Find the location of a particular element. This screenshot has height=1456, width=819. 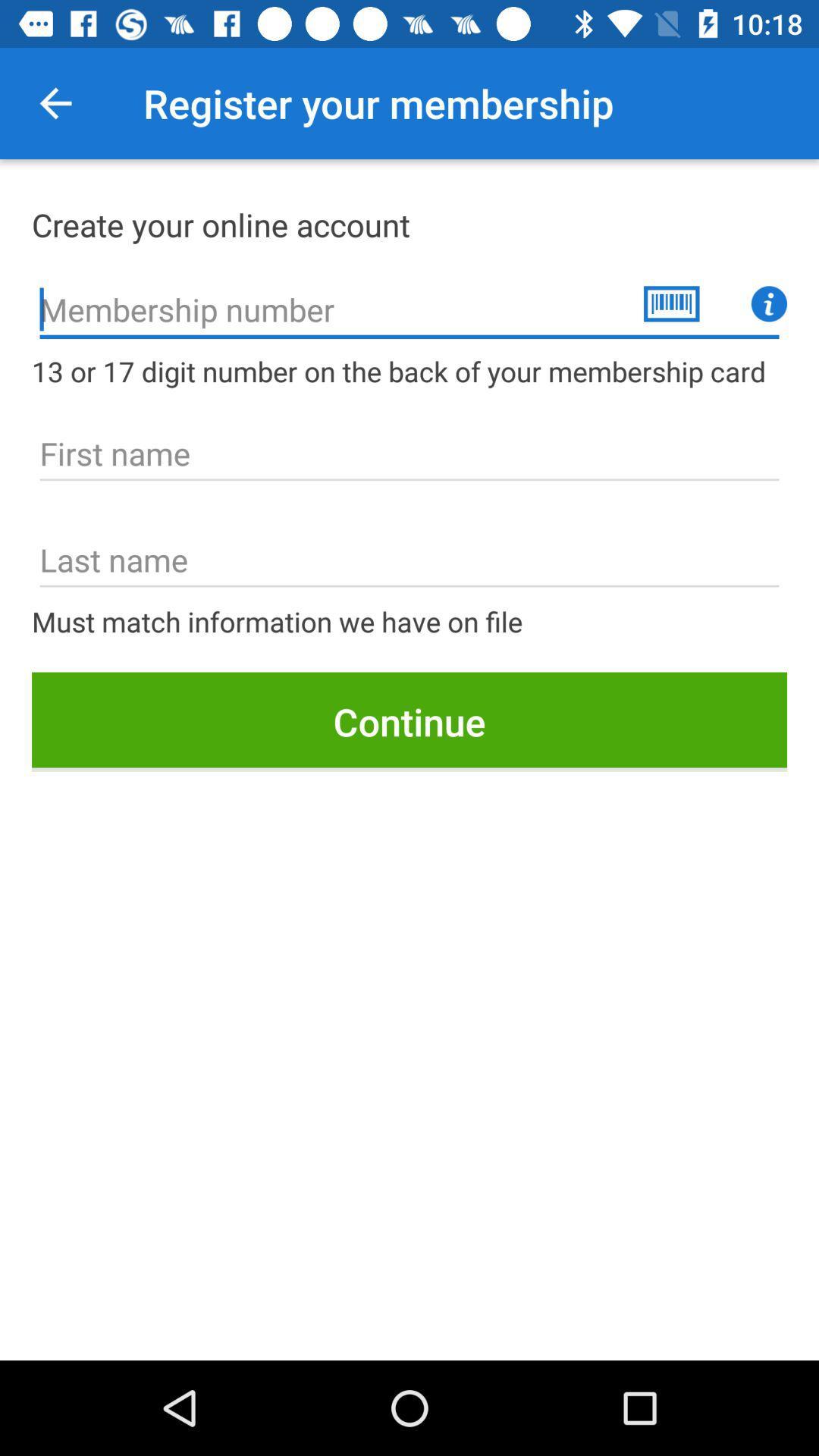

information icon is located at coordinates (769, 303).